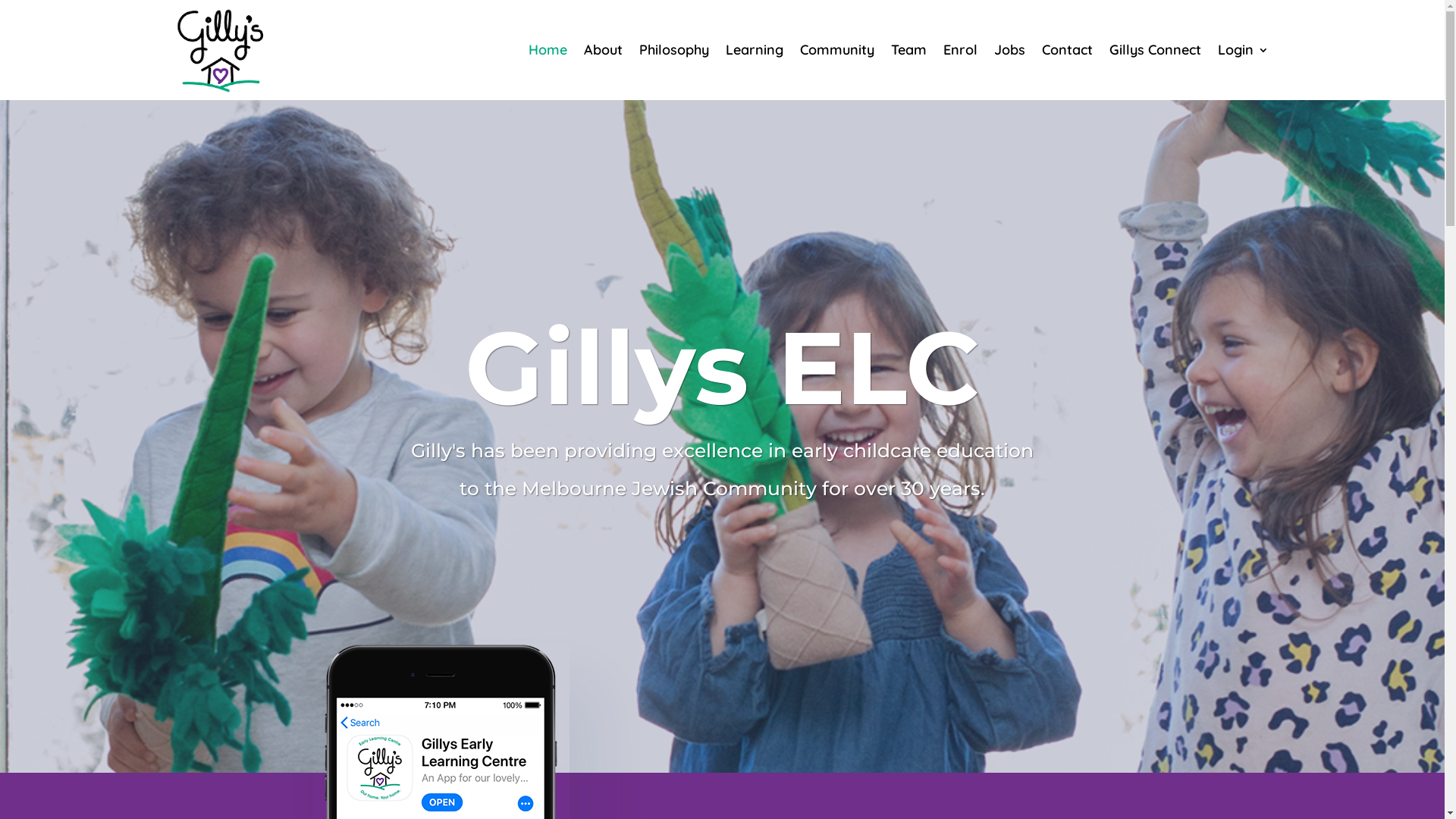 The width and height of the screenshot is (1456, 819). What do you see at coordinates (1243, 49) in the screenshot?
I see `'Login'` at bounding box center [1243, 49].